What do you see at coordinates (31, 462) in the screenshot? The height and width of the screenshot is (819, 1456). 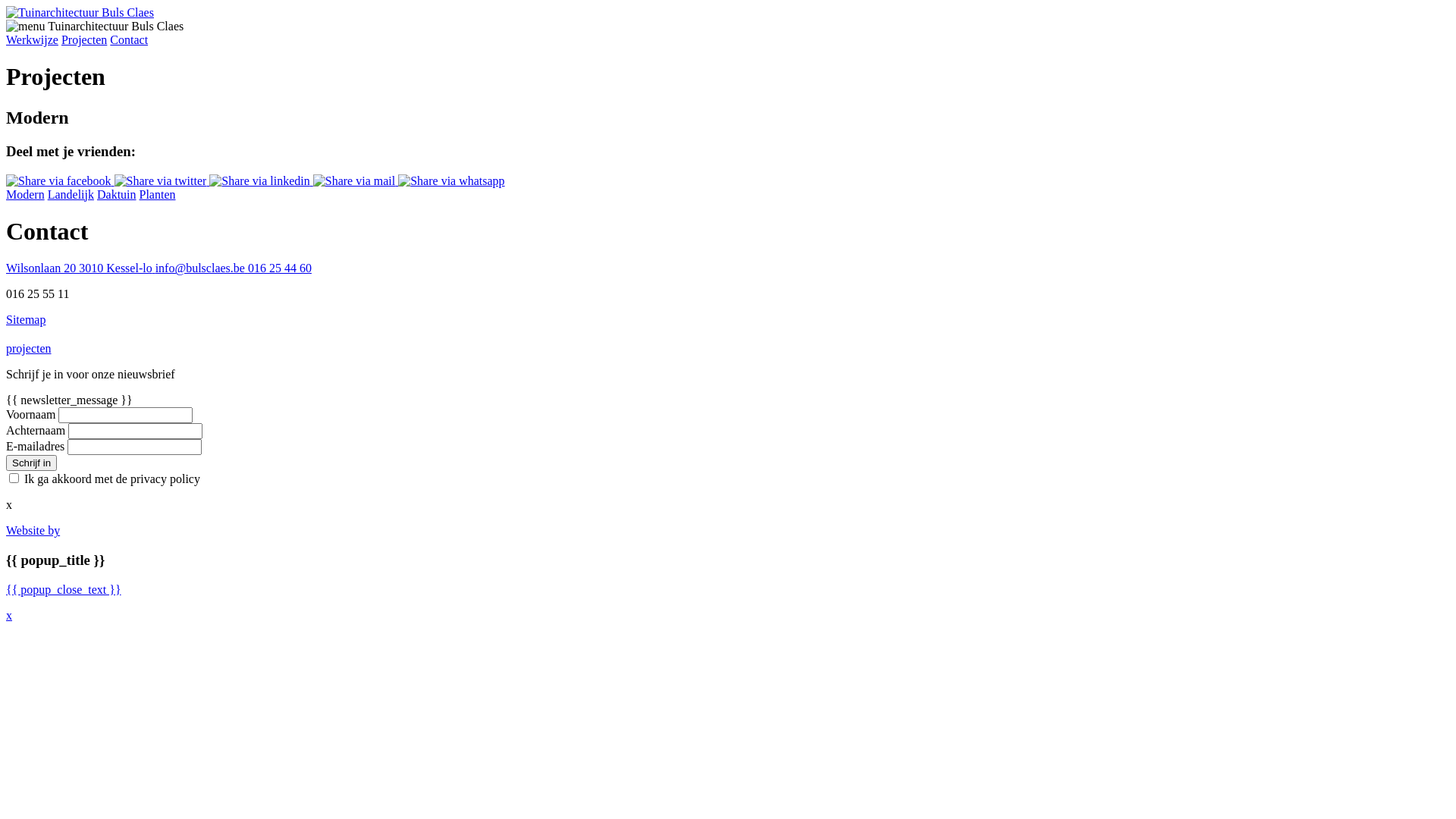 I see `'Schrijf in'` at bounding box center [31, 462].